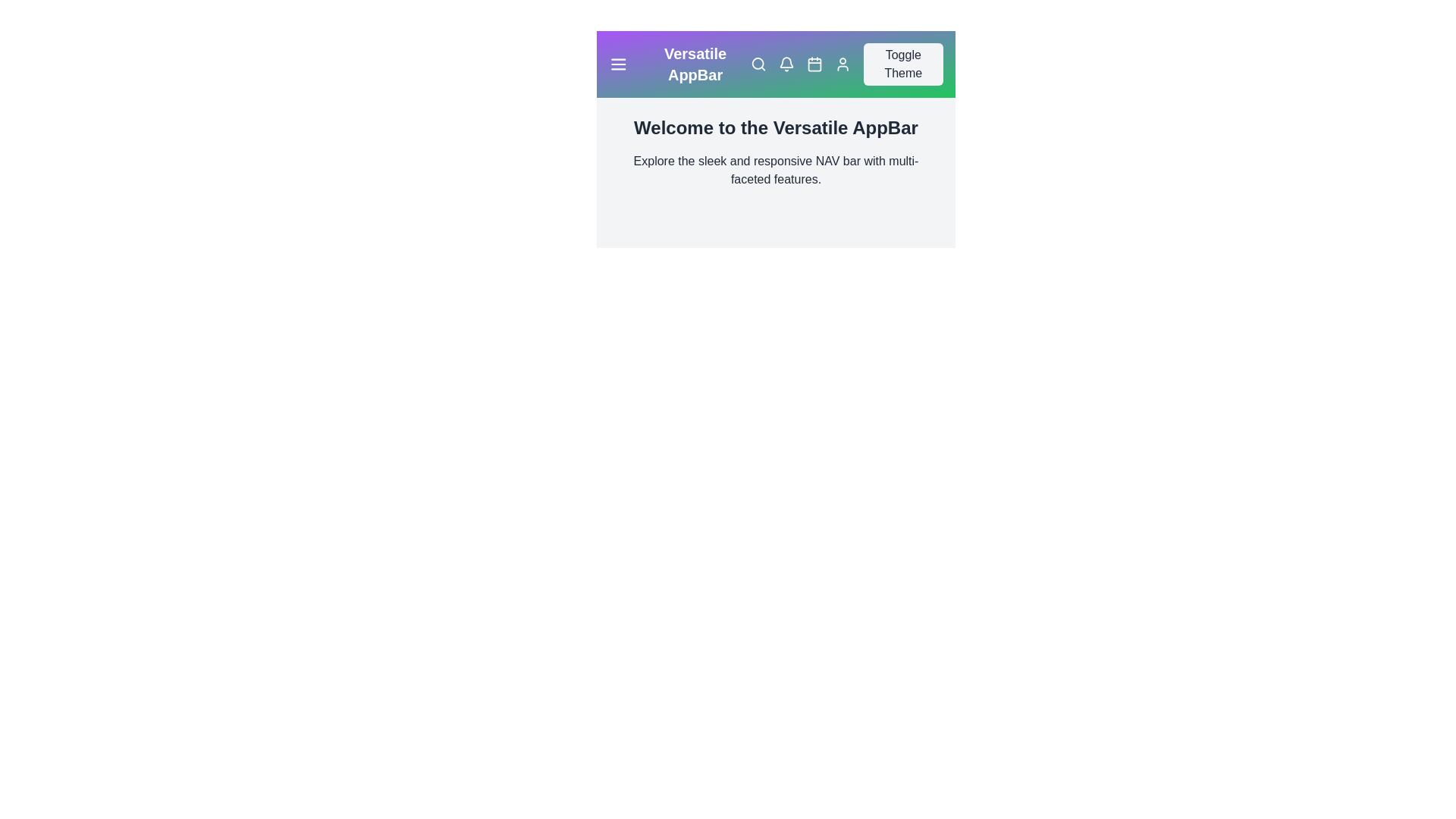 Image resolution: width=1456 pixels, height=819 pixels. What do you see at coordinates (758, 63) in the screenshot?
I see `the search icon to initiate a search` at bounding box center [758, 63].